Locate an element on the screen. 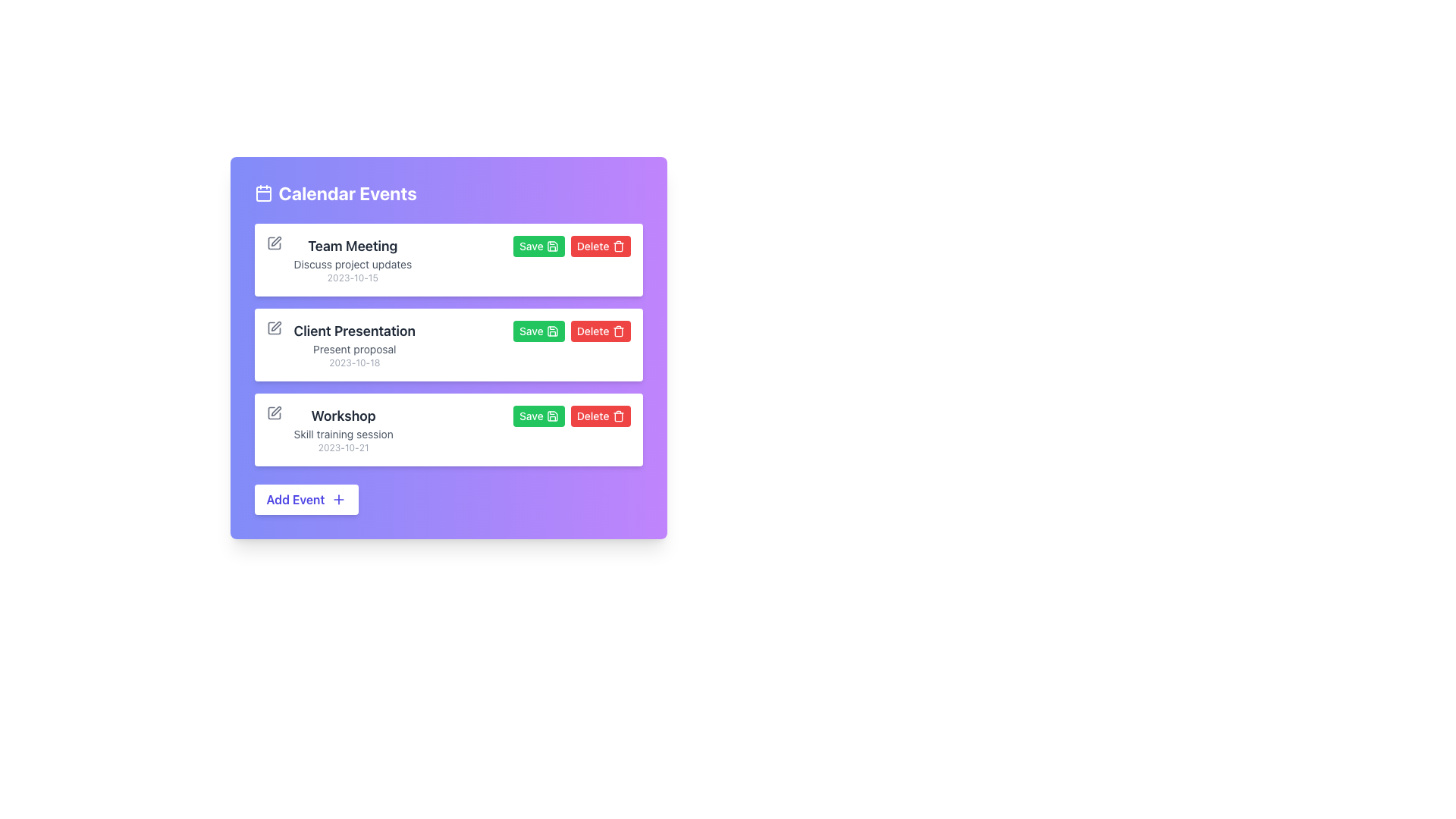 This screenshot has width=1456, height=819. the static text element displaying 'Present proposal', which is styled in muted gray and located under the 'Client Presentation' heading is located at coordinates (353, 350).